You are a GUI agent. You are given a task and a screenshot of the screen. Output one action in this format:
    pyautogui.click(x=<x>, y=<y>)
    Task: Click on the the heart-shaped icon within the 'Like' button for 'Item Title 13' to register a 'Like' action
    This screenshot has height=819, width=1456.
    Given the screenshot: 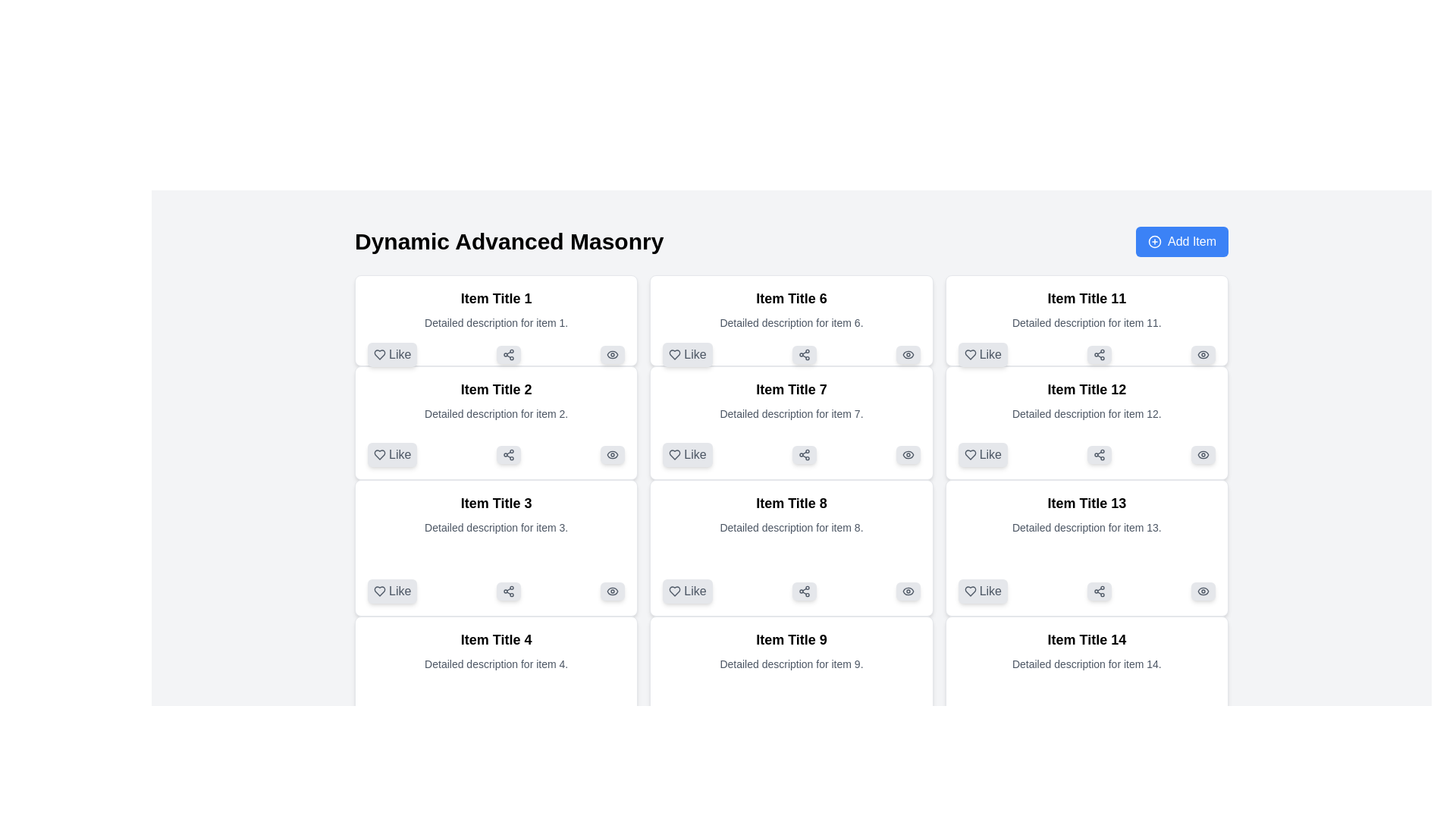 What is the action you would take?
    pyautogui.click(x=969, y=590)
    